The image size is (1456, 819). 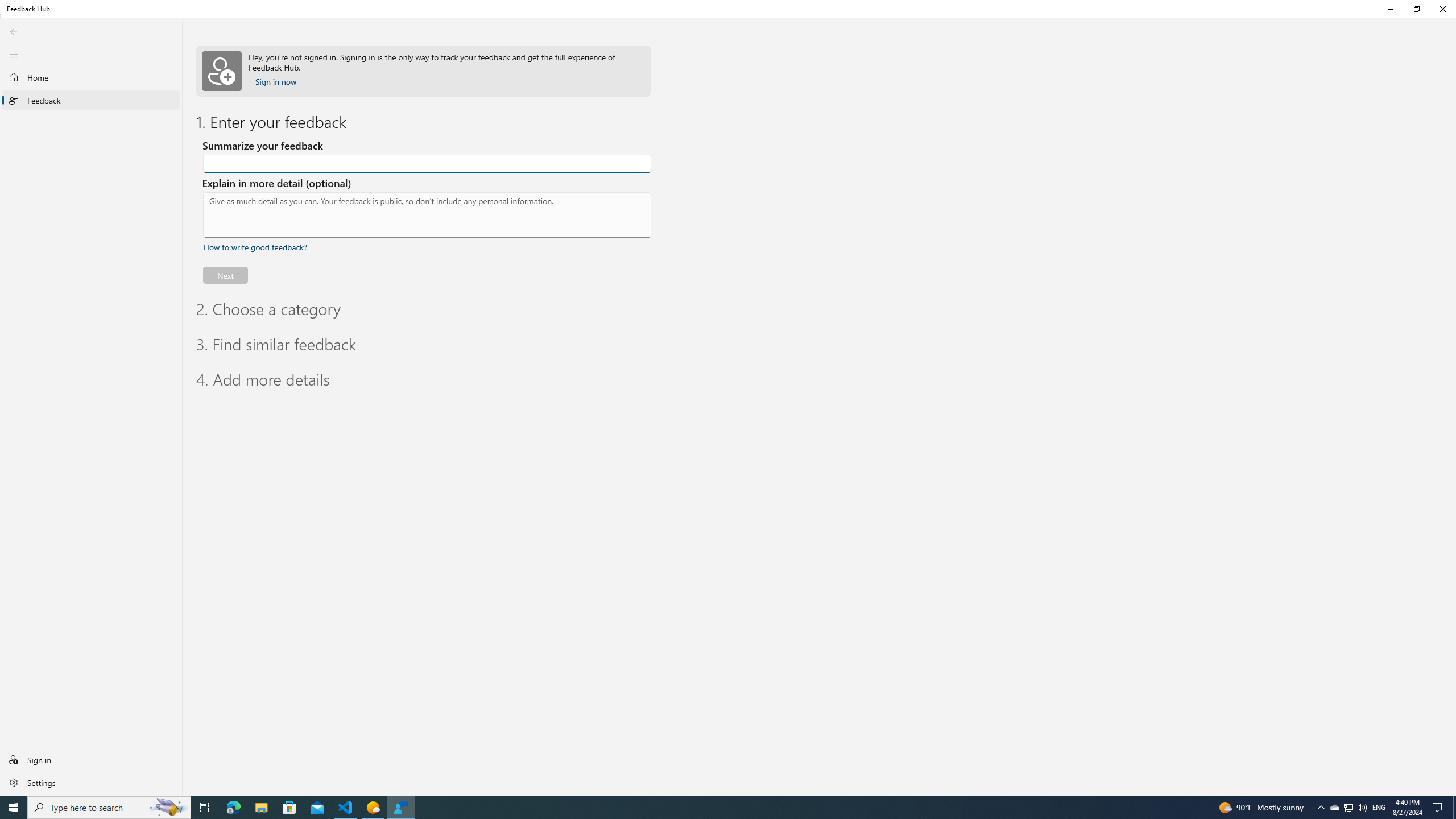 I want to click on 'Start', so click(x=14, y=806).